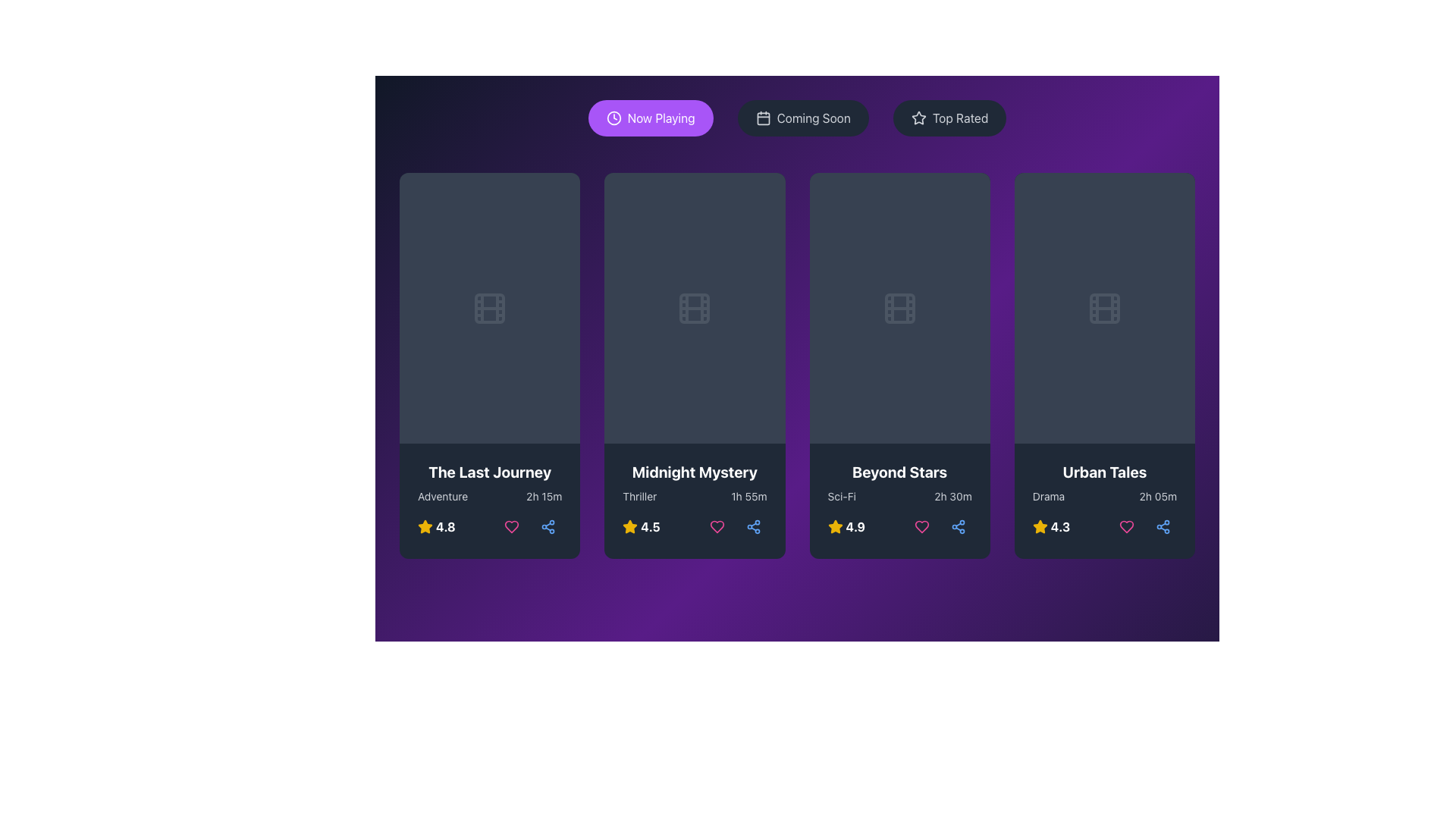 The width and height of the screenshot is (1456, 819). I want to click on the first button in the horizontal layout, so click(651, 117).